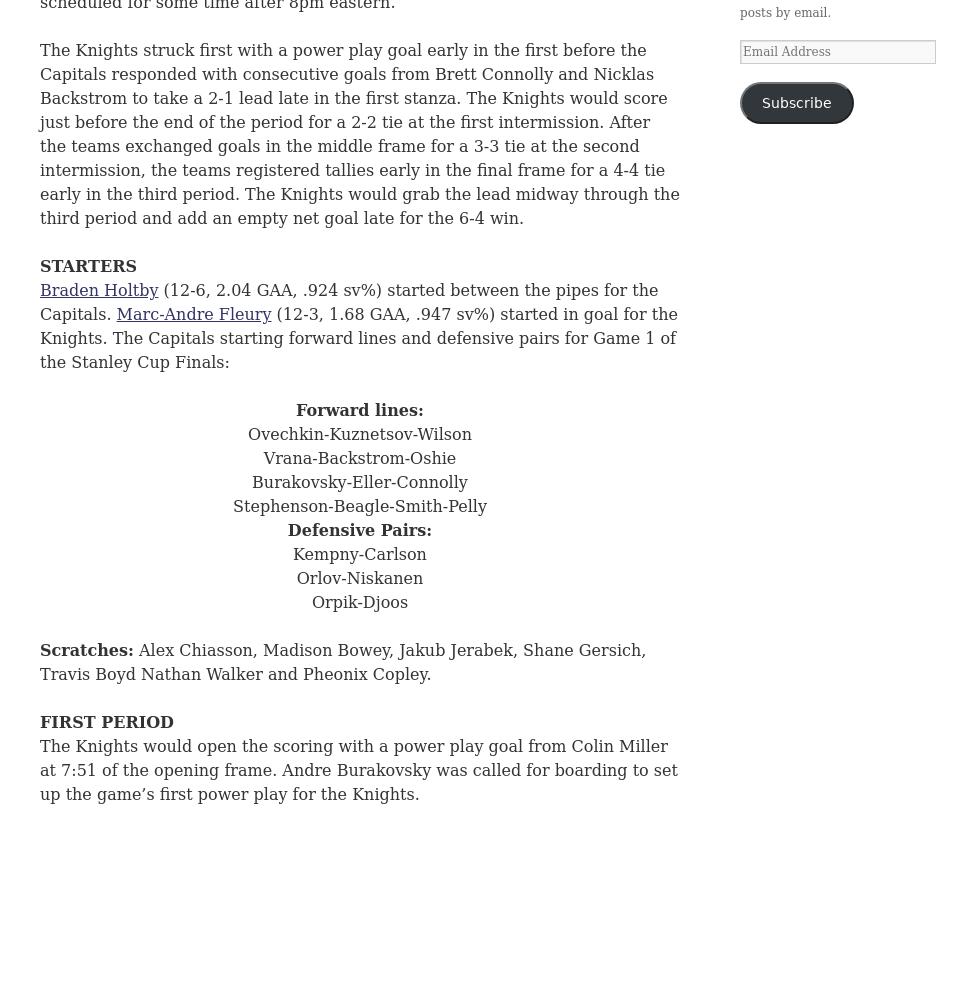 The width and height of the screenshot is (980, 992). Describe the element at coordinates (795, 101) in the screenshot. I see `'Subscribe'` at that location.